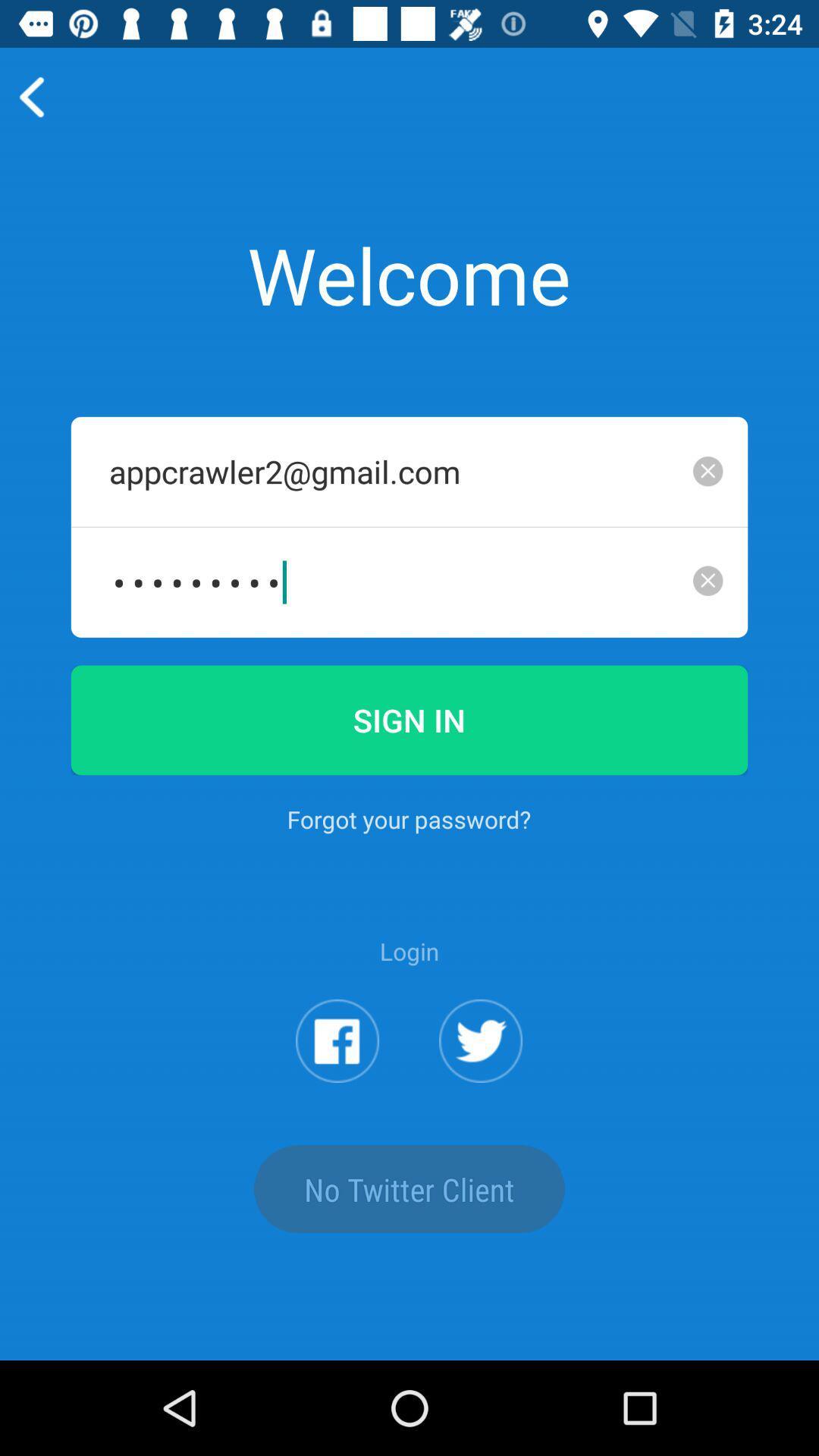 The height and width of the screenshot is (1456, 819). Describe the element at coordinates (708, 470) in the screenshot. I see `clear form` at that location.